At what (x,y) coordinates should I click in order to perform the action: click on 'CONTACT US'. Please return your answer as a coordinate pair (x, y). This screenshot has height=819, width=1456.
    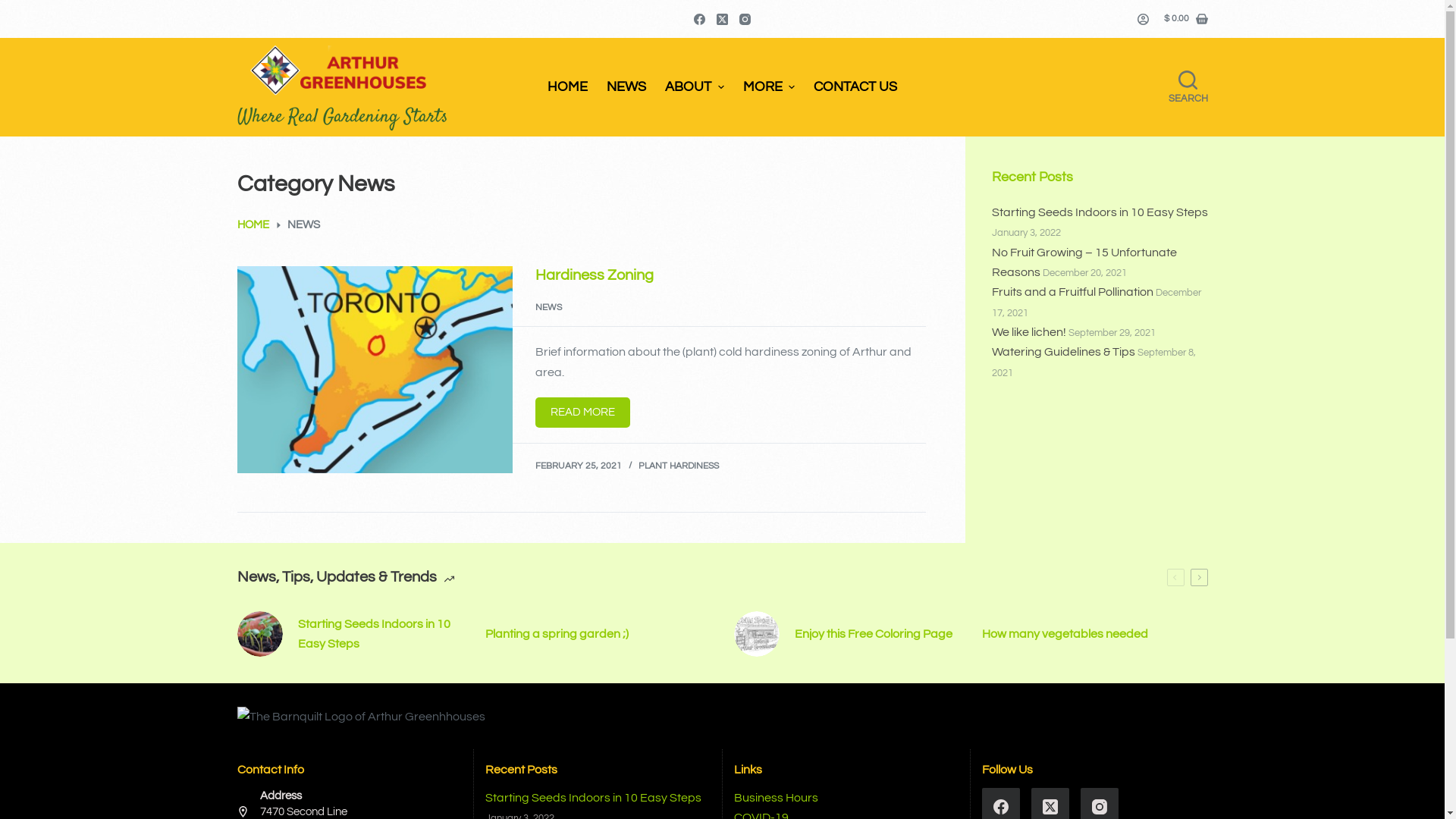
    Looking at the image, I should click on (855, 87).